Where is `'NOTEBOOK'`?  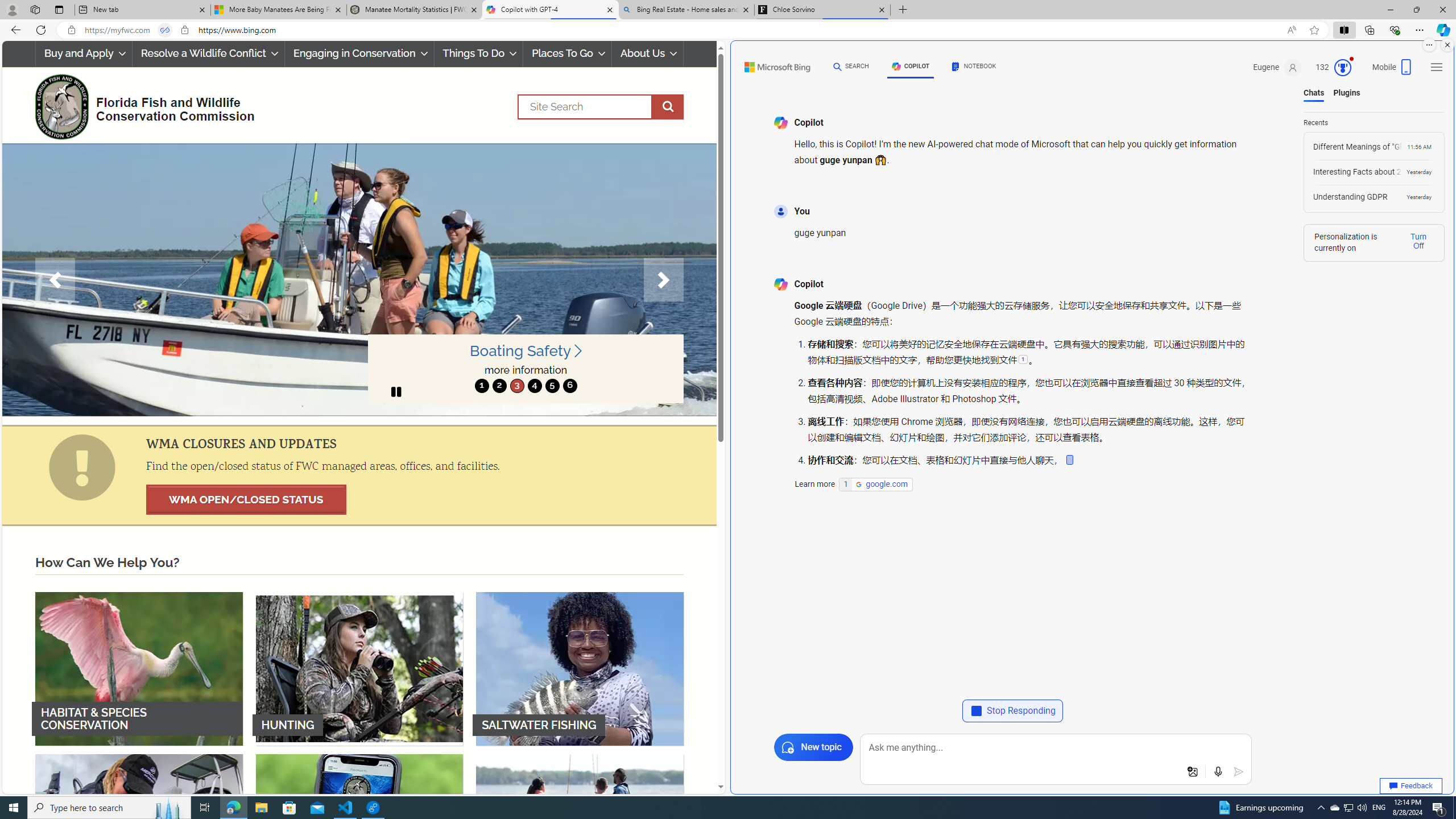 'NOTEBOOK' is located at coordinates (974, 66).